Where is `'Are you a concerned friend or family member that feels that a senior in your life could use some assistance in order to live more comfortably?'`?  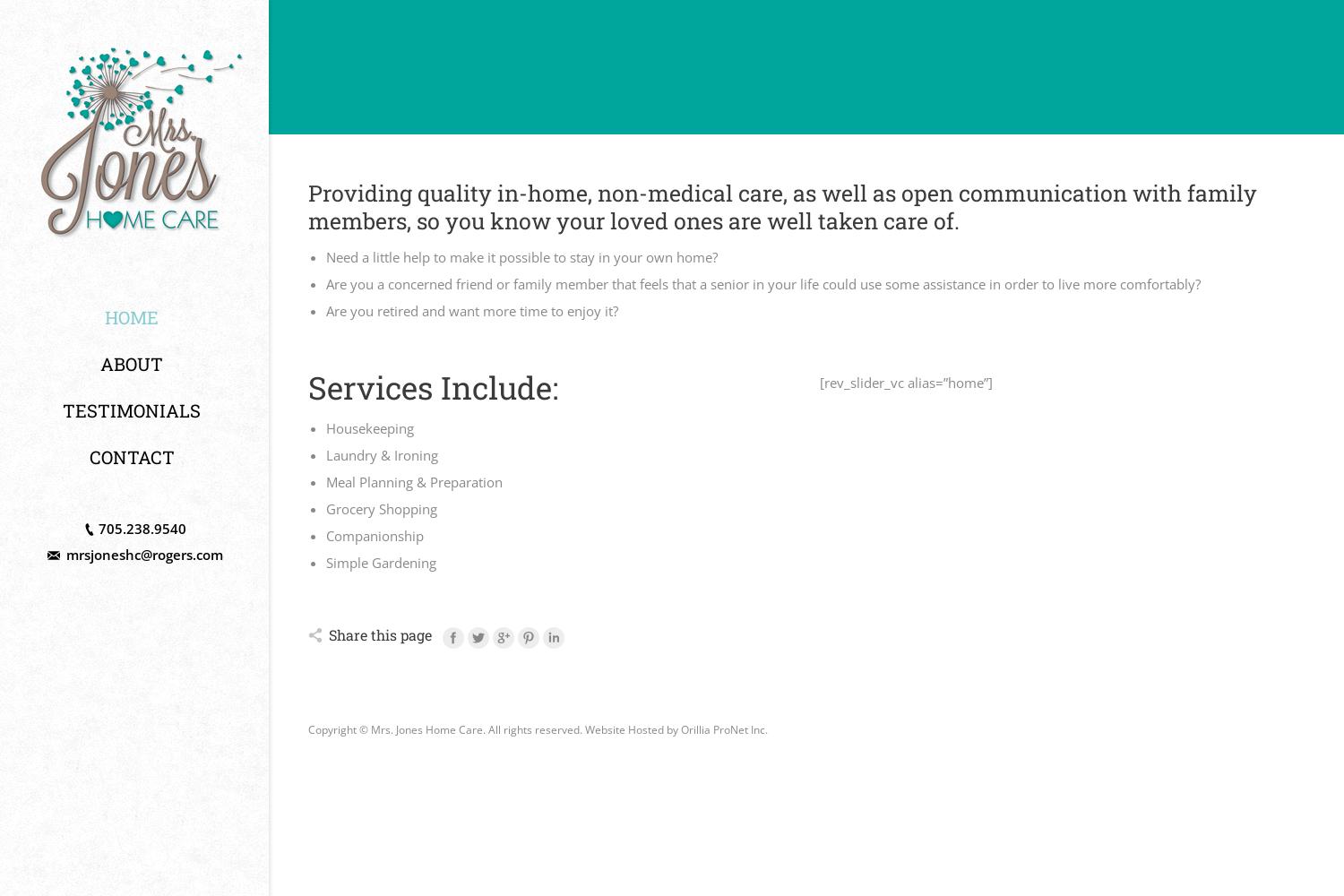 'Are you a concerned friend or family member that feels that a senior in your life could use some assistance in order to live more comfortably?' is located at coordinates (762, 283).